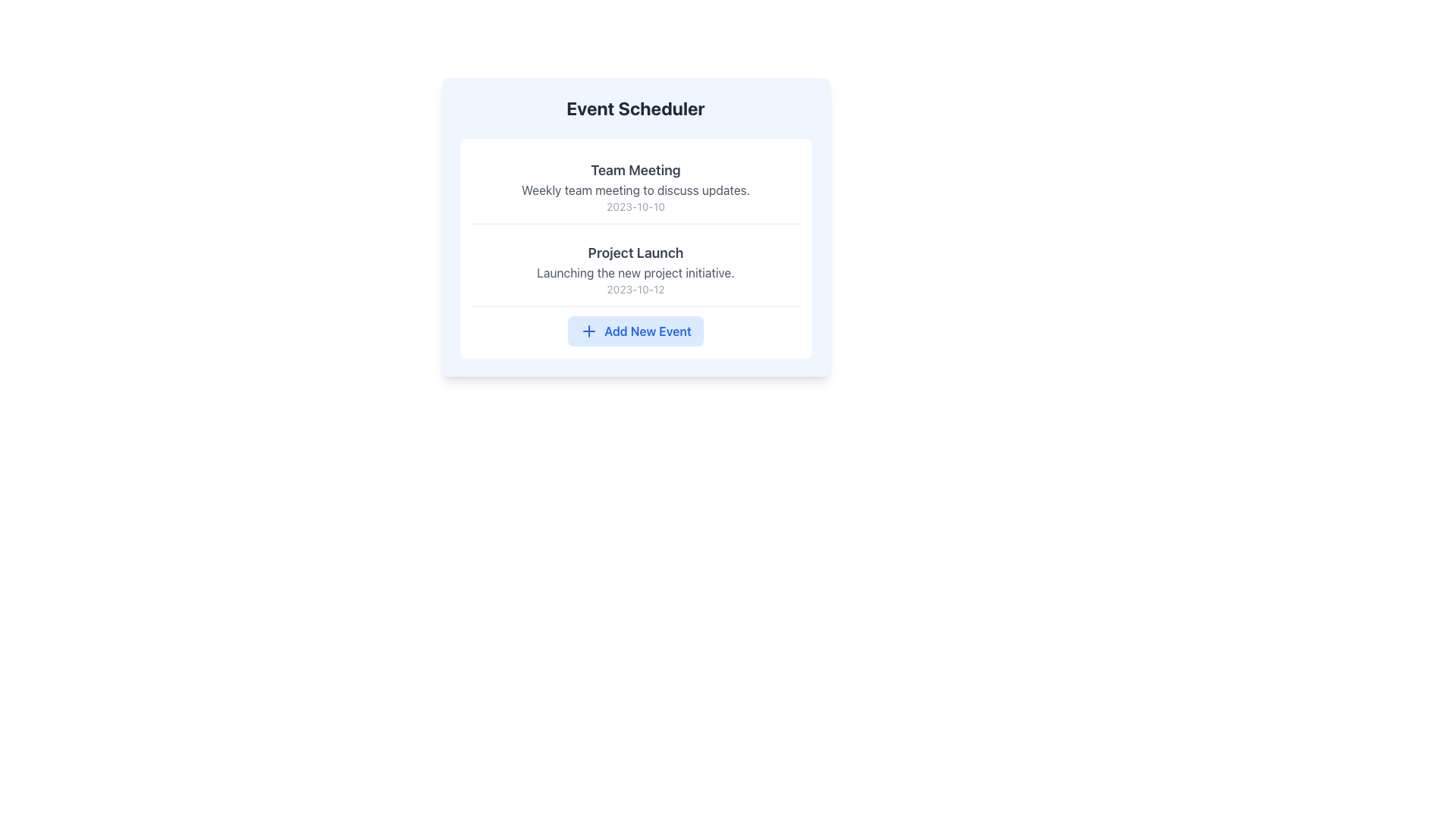  I want to click on the date label displaying '2023-10-12', which is aligned beneath the subtitle 'Launching the new project initiative' in the 'Project Launch' section, so click(635, 289).